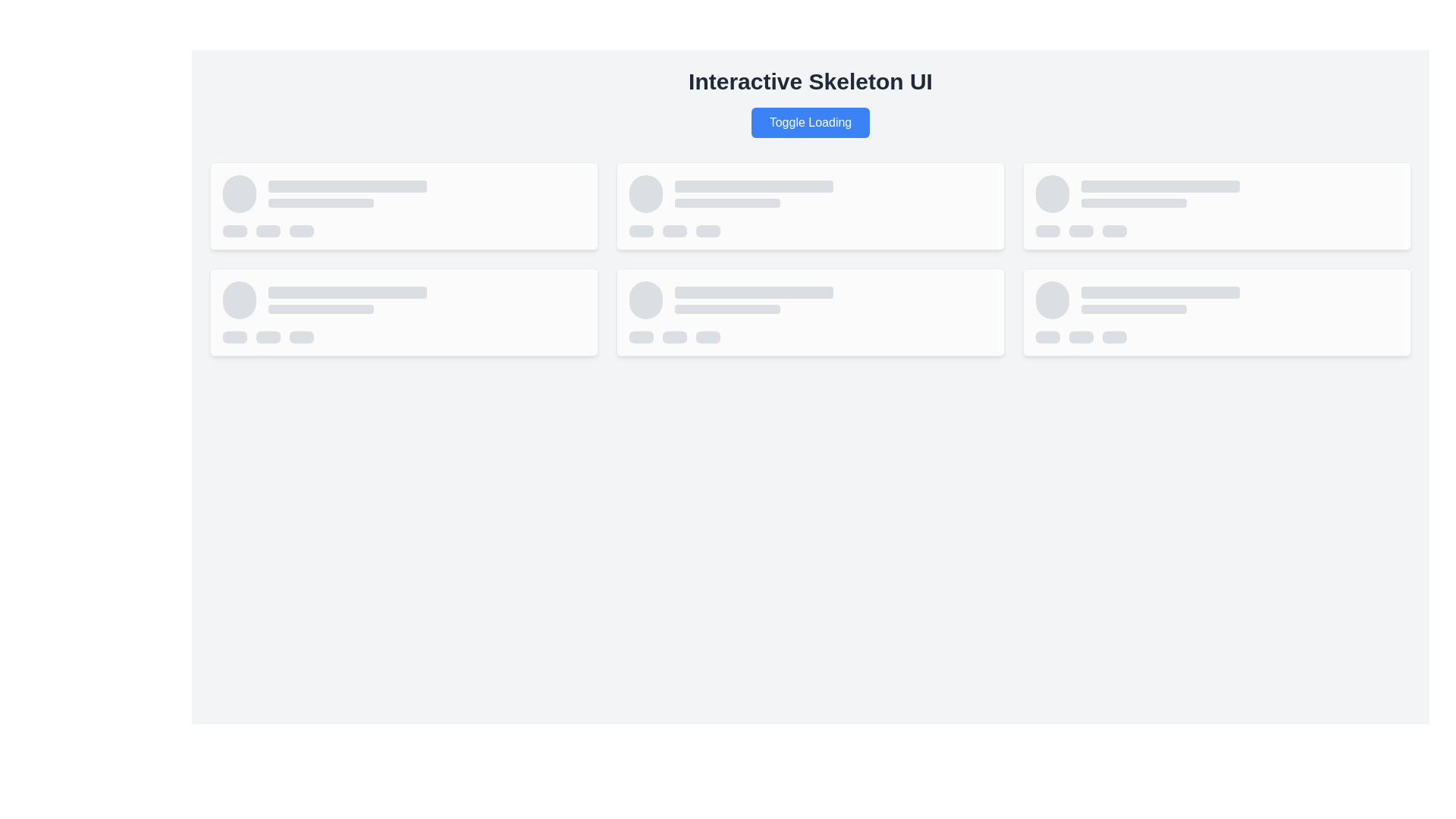  Describe the element at coordinates (810, 336) in the screenshot. I see `the third button in the horizontally aligned group of three button-like UI components with a light gray background and rounded borders, located inside the fourth card of the second row` at that location.